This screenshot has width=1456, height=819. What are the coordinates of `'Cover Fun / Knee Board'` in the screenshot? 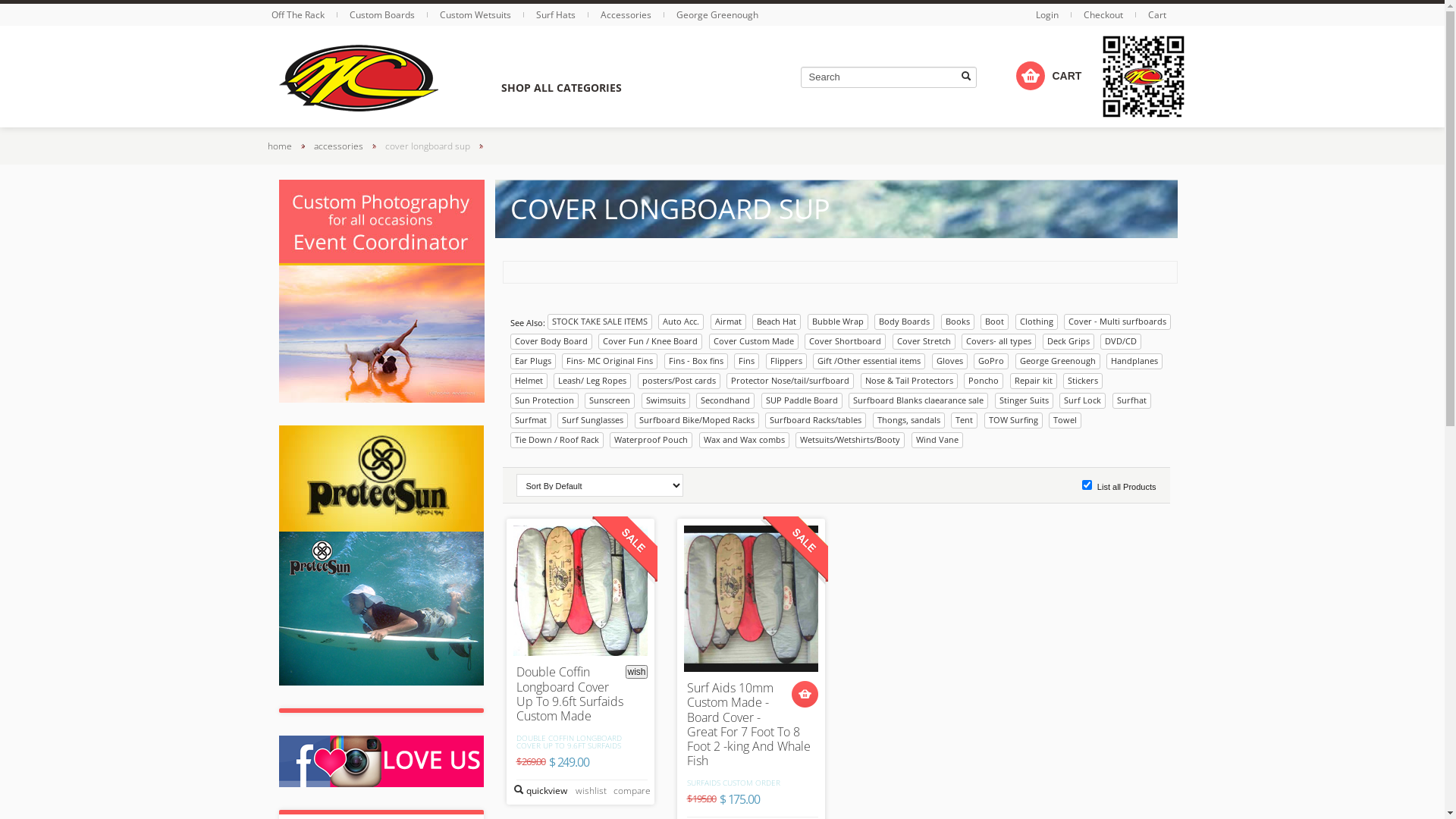 It's located at (650, 341).